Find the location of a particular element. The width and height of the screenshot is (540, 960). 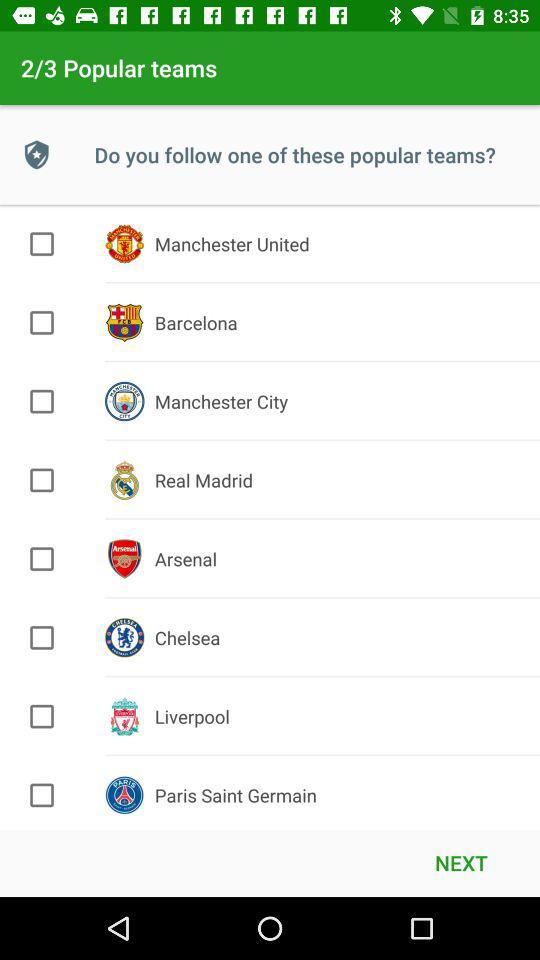

click here to choose paris saint germain is located at coordinates (42, 795).